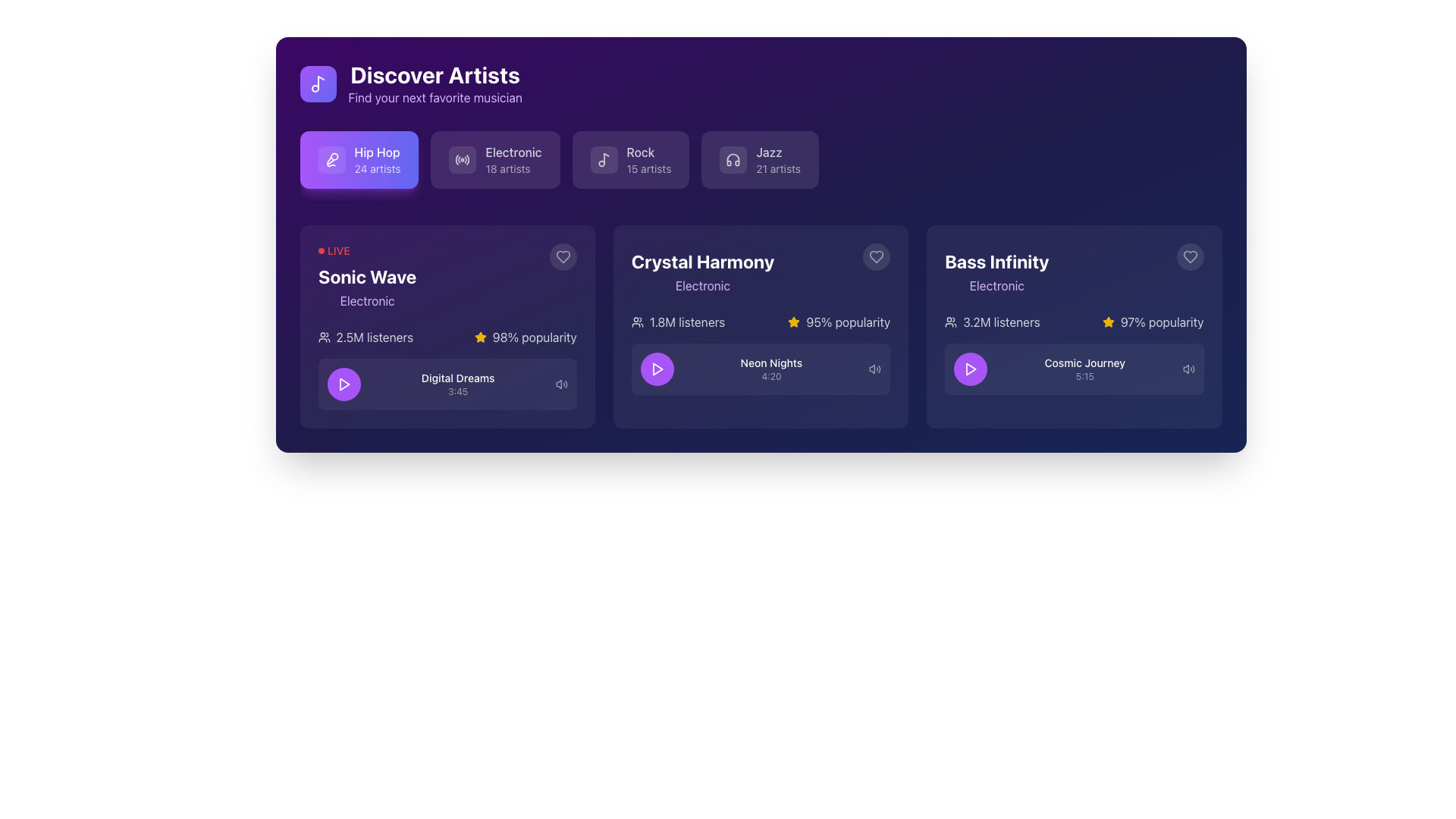  I want to click on the speaker icon with sound waves, styled in gray, located in the bottom right corner of the 'Bass Infinity' card, to the right of the 'Play' button and the time text '5:15', so click(1188, 369).